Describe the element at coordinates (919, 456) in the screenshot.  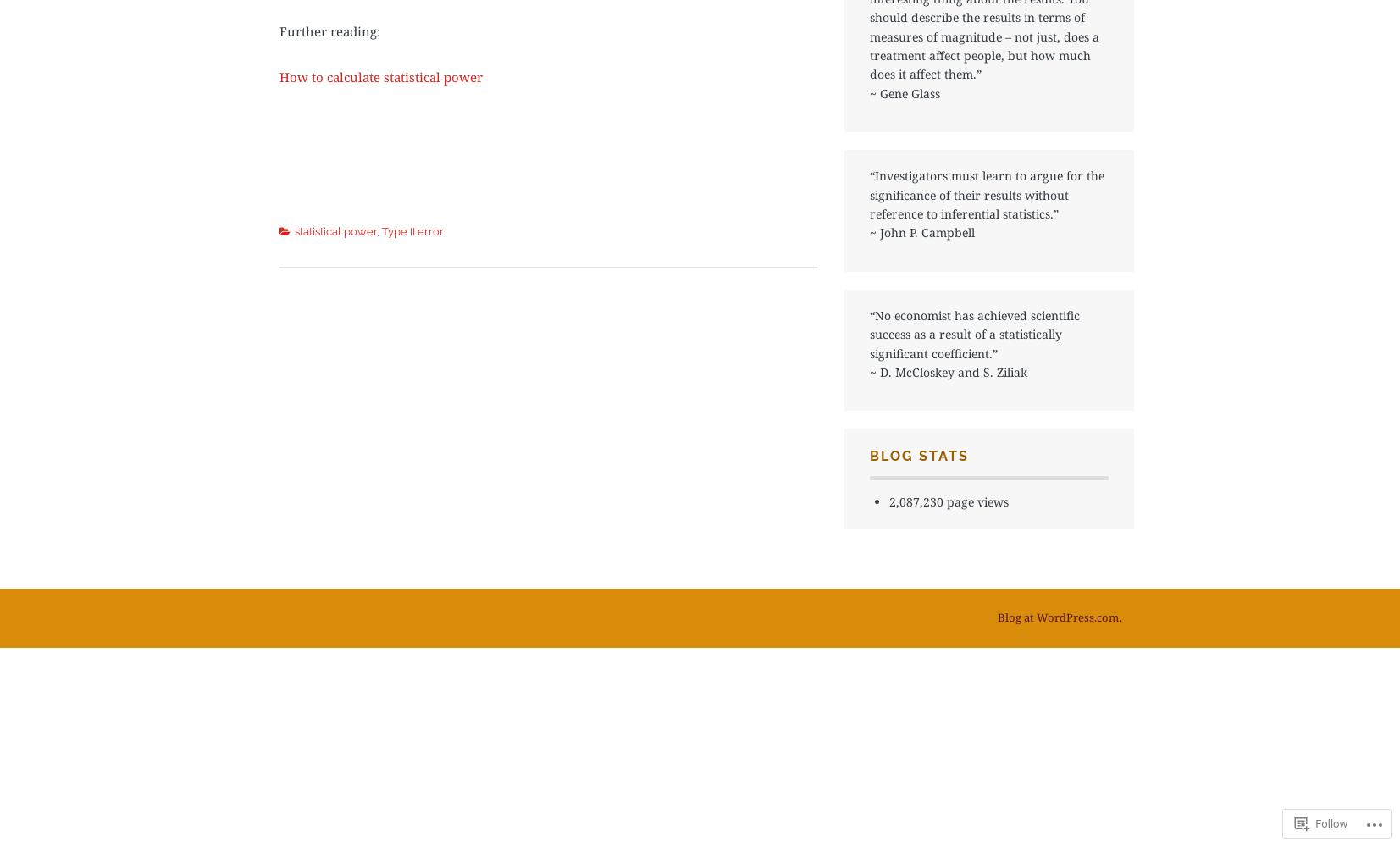
I see `'Blog Stats'` at that location.